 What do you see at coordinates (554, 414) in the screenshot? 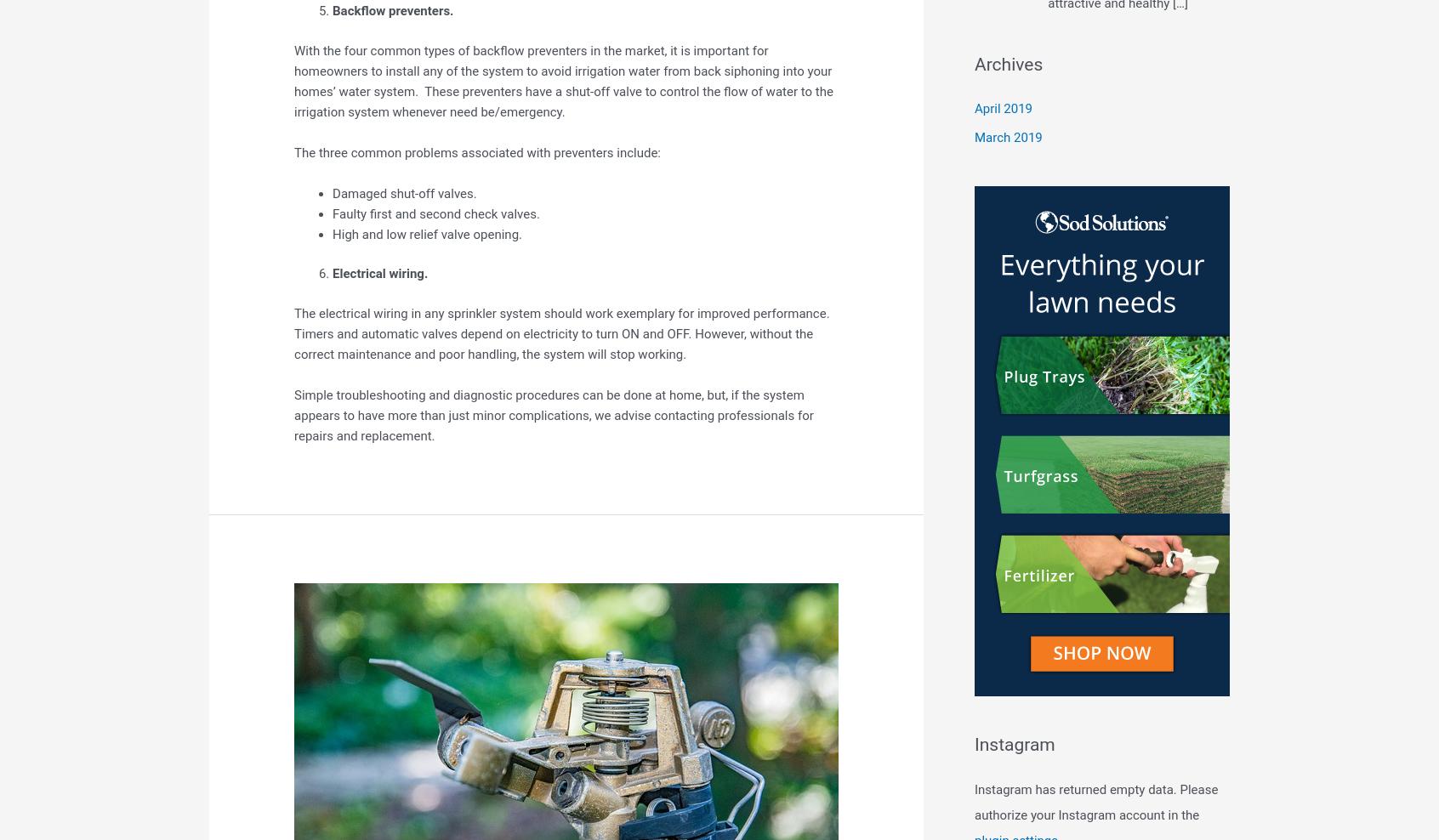
I see `'Simple troubleshooting and diagnostic procedures can be done at home, but, if the system appears to have more than just minor complications, we advise contacting professionals for repairs and replacement.'` at bounding box center [554, 414].